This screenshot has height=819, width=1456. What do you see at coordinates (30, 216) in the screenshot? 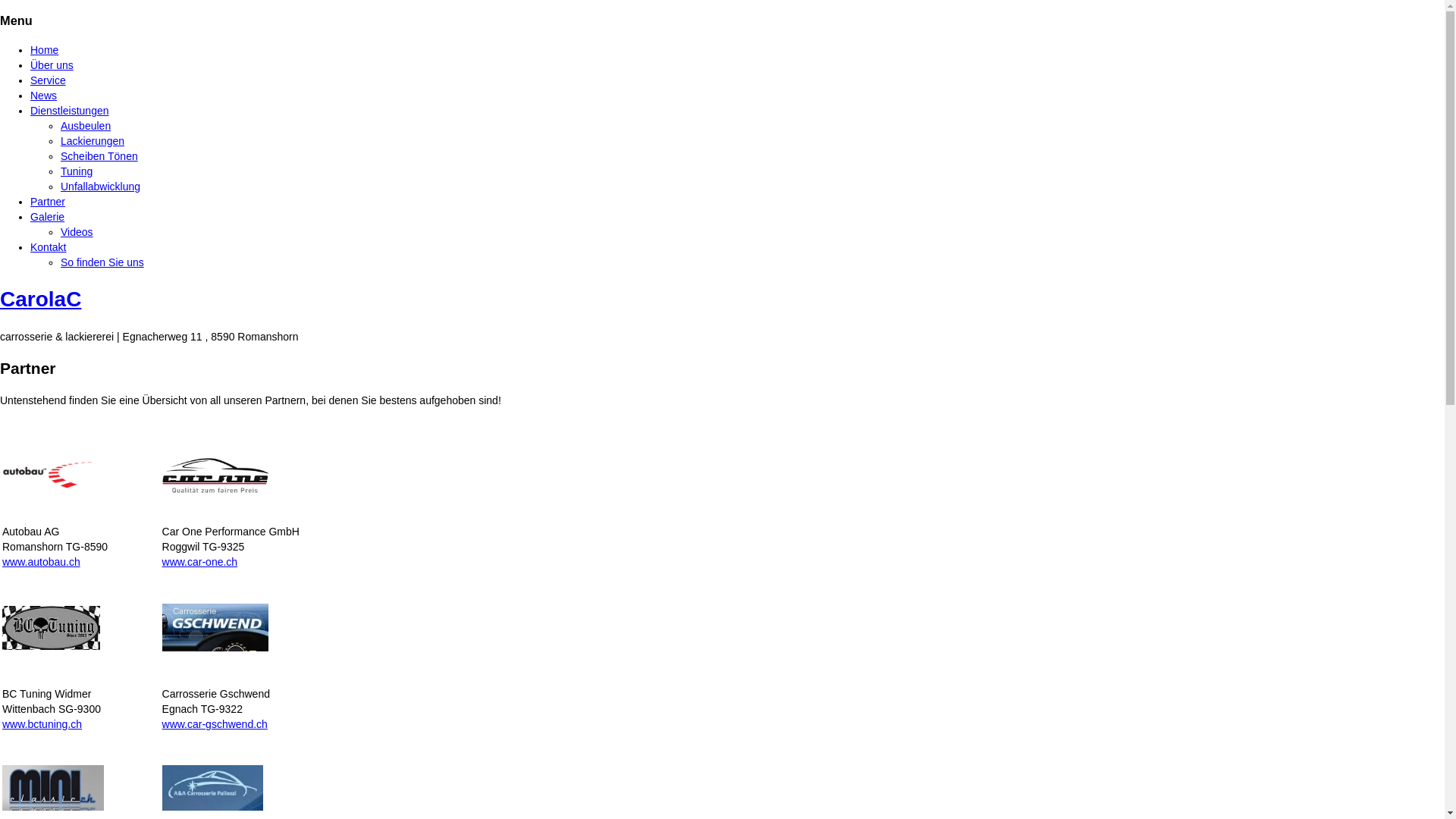
I see `'Galerie'` at bounding box center [30, 216].